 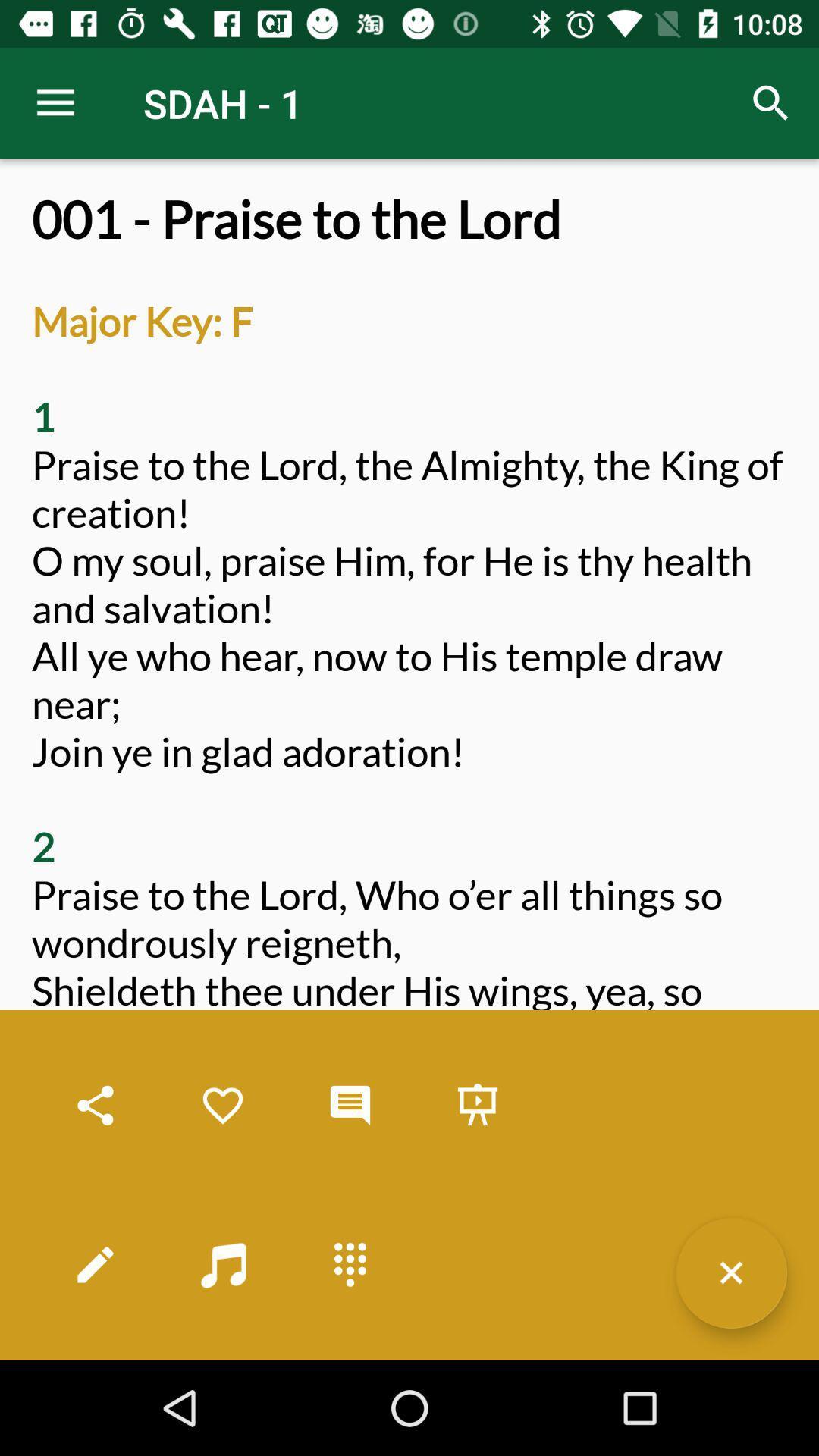 I want to click on icon to the left of sdah - 1 item, so click(x=55, y=102).